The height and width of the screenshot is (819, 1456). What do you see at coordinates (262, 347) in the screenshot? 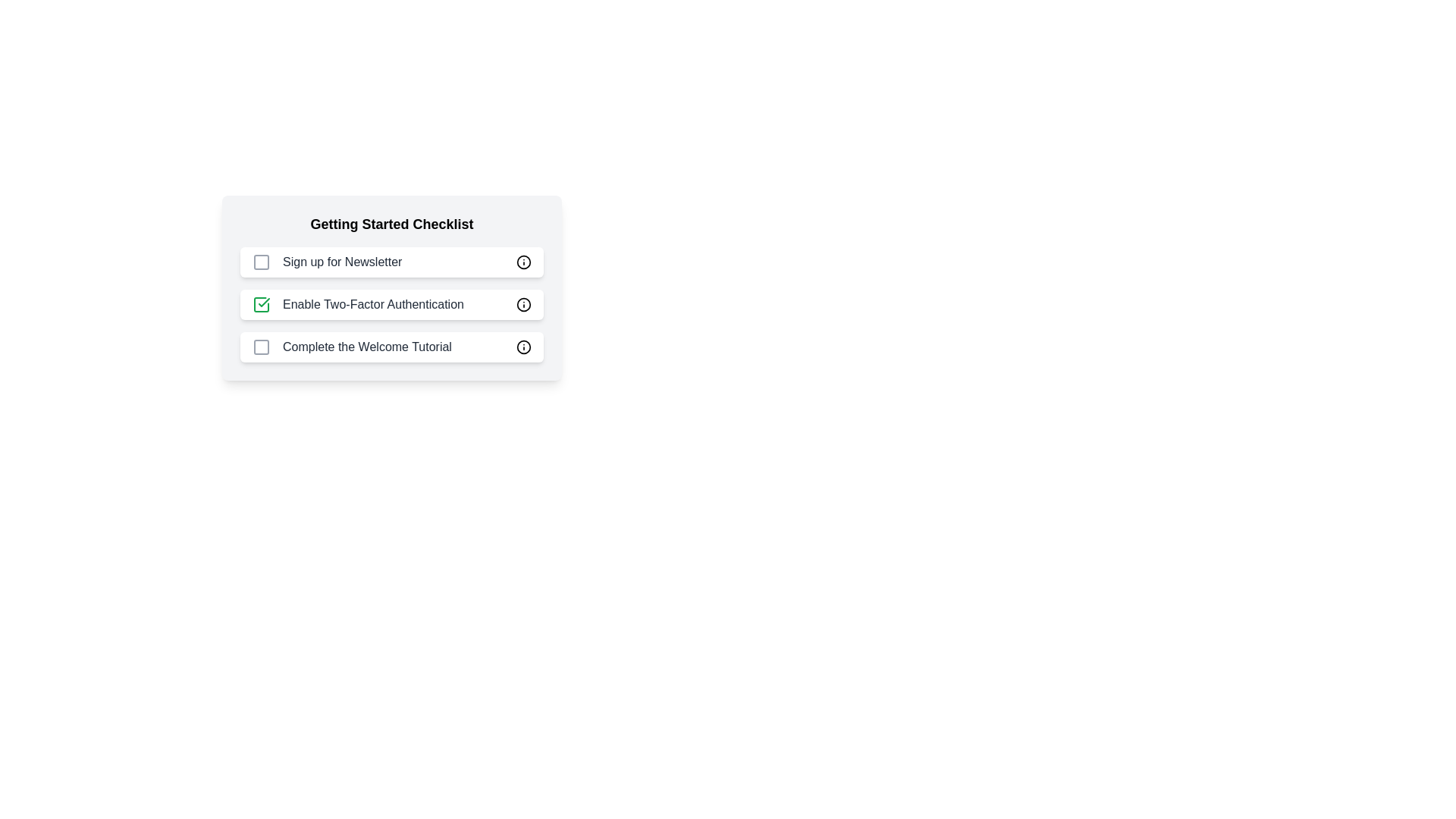
I see `the checkbox for 'Complete the Welcome Tutorial' in the Getting Started Checklist to mark the task as complete` at bounding box center [262, 347].